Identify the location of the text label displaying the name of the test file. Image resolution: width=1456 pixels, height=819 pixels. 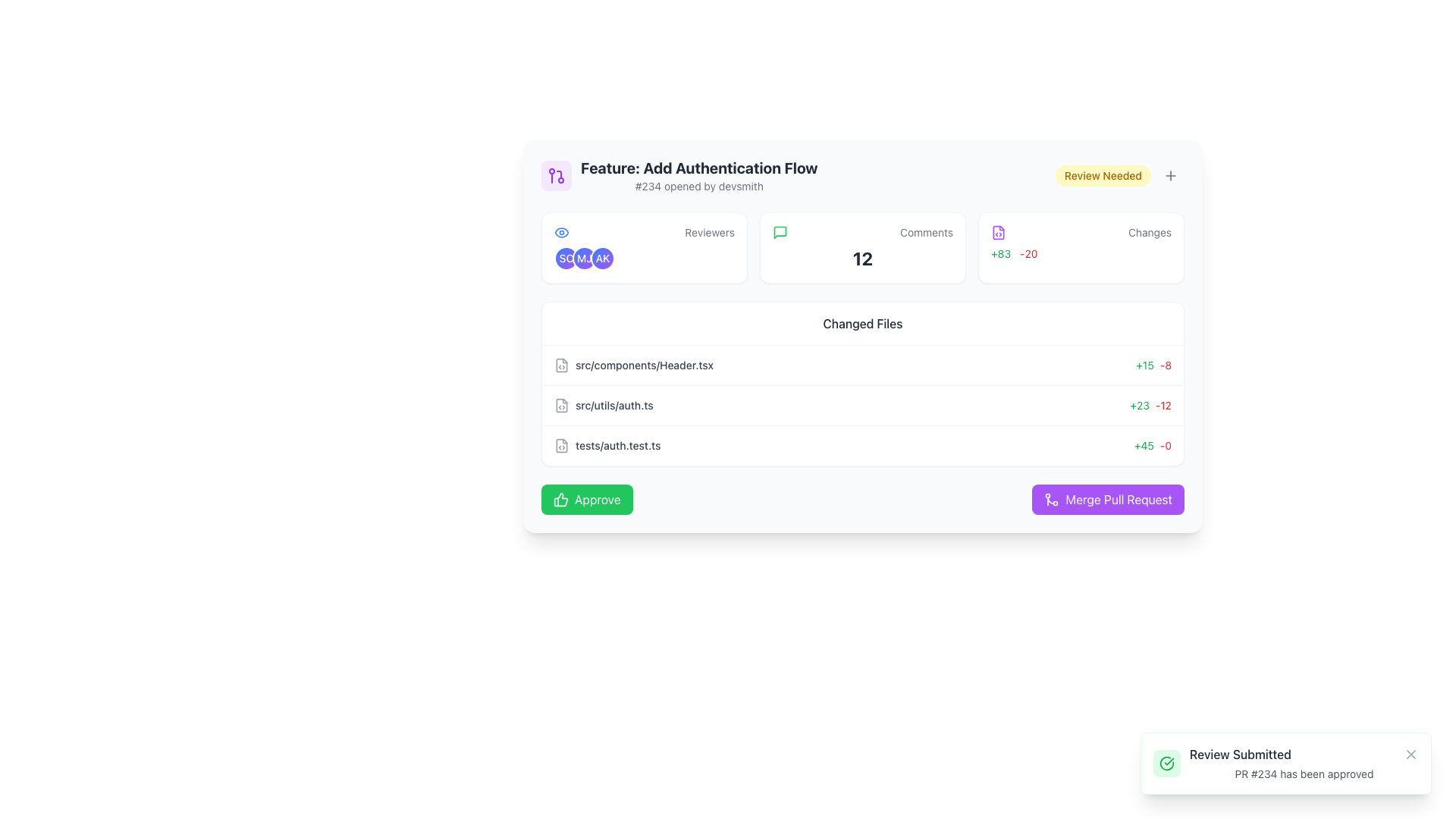
(607, 444).